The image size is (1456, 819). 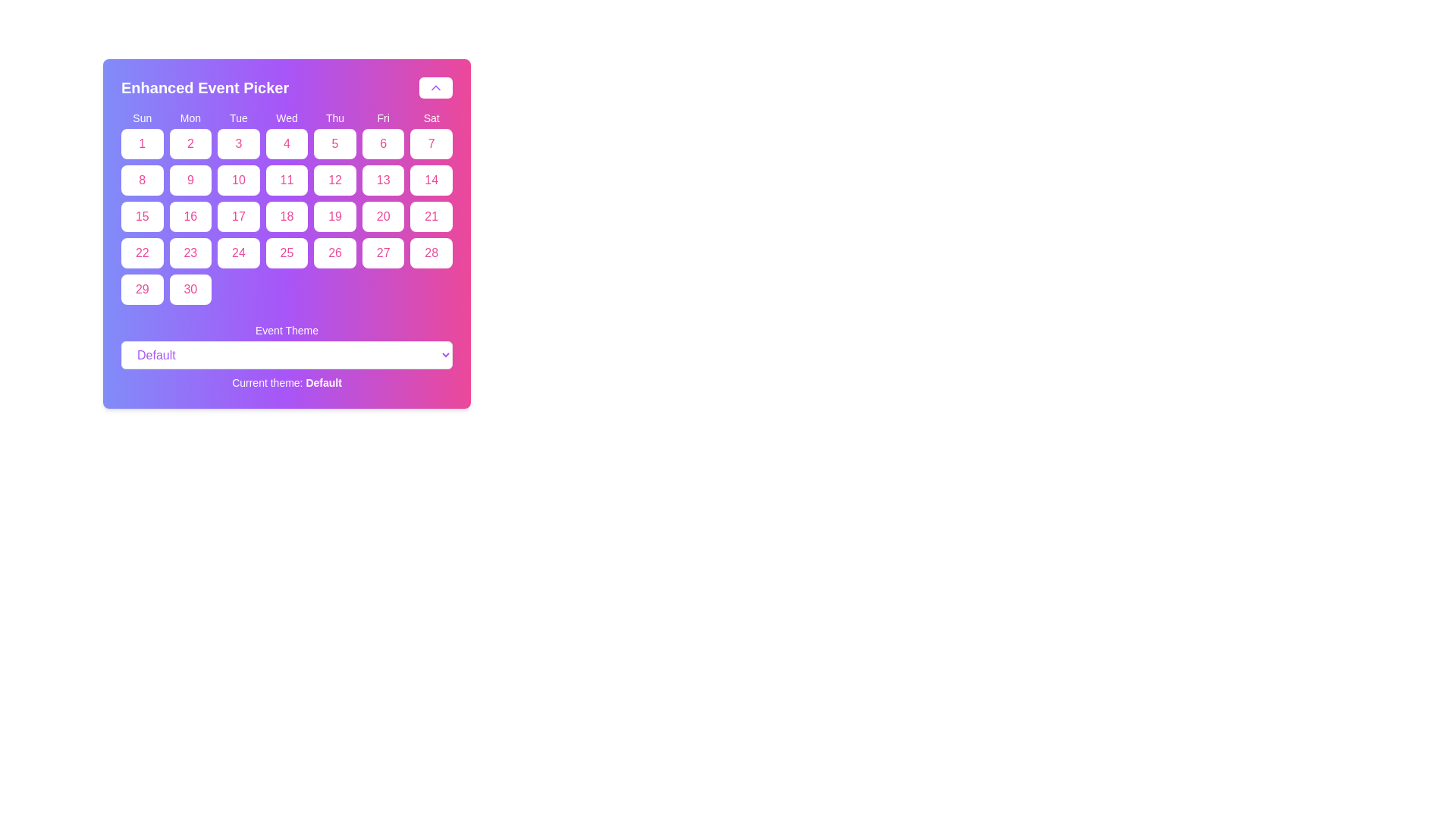 I want to click on text label representing the day 'Monday', which is the second item in a row of seven days in the calendar interface, located near the top of the calendar, directly to the right of 'Sun', so click(x=190, y=117).